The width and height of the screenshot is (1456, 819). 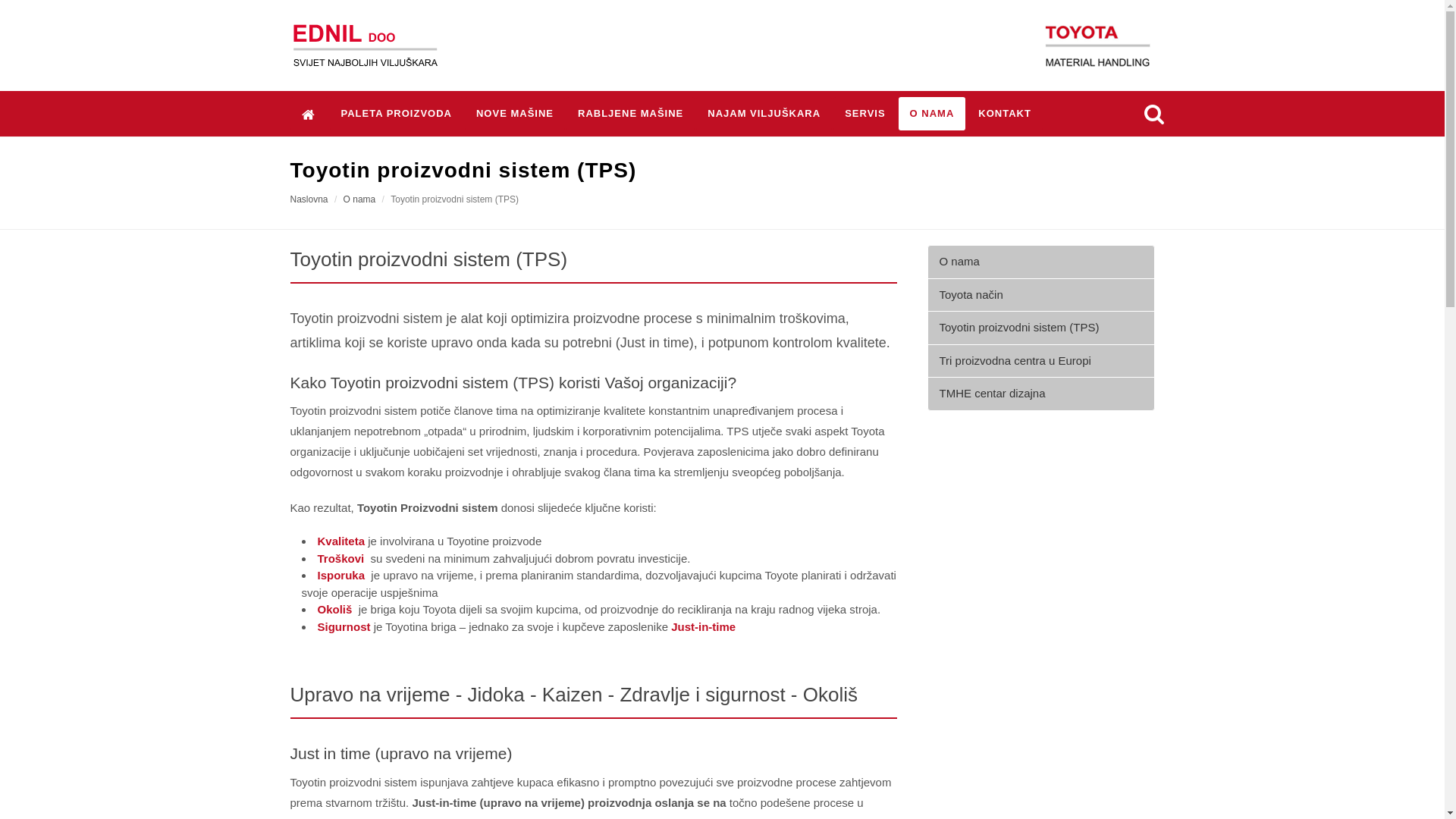 I want to click on 'Just-in-time', so click(x=702, y=626).